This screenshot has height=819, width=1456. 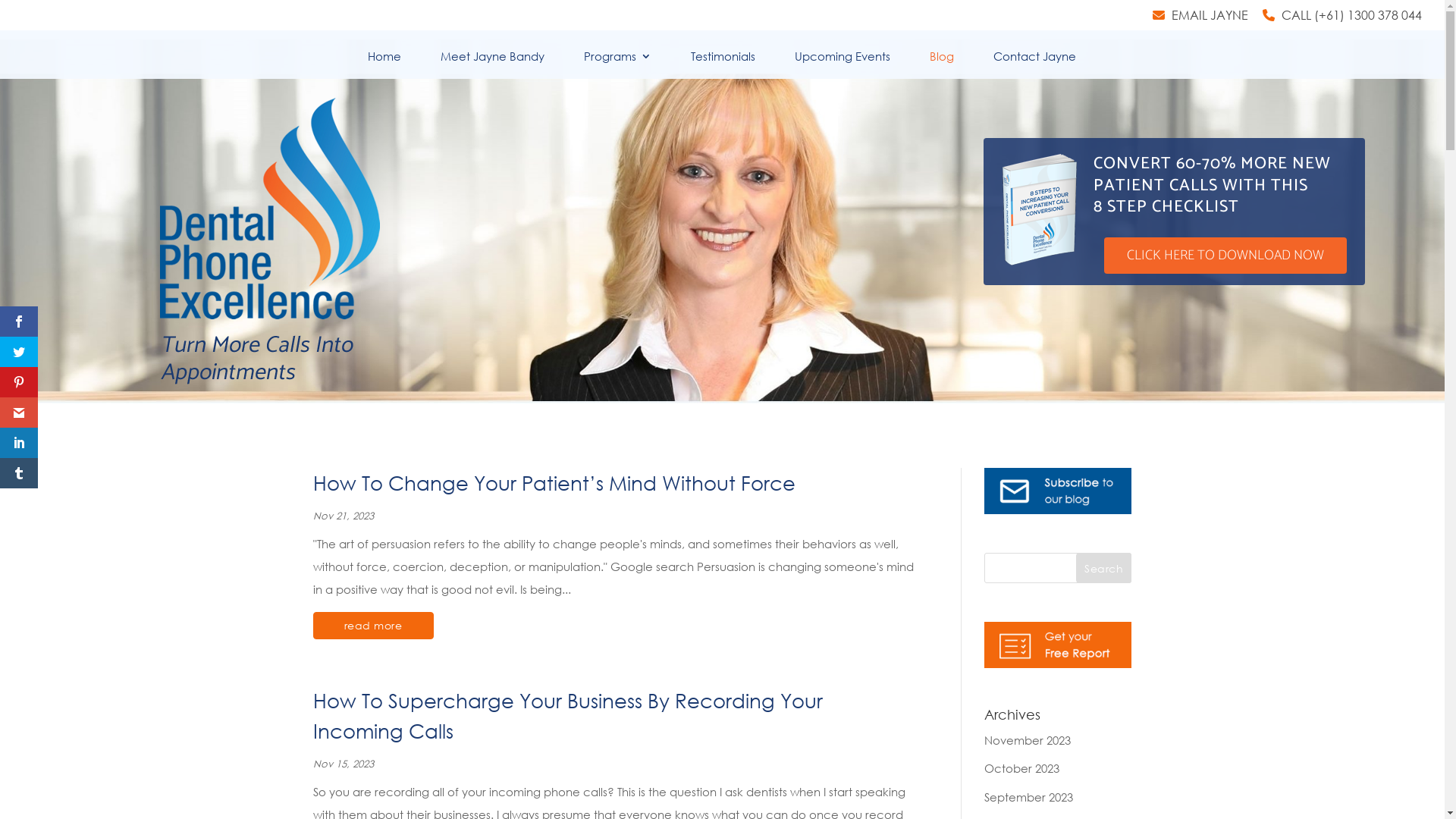 I want to click on 'November 2023', so click(x=1027, y=739).